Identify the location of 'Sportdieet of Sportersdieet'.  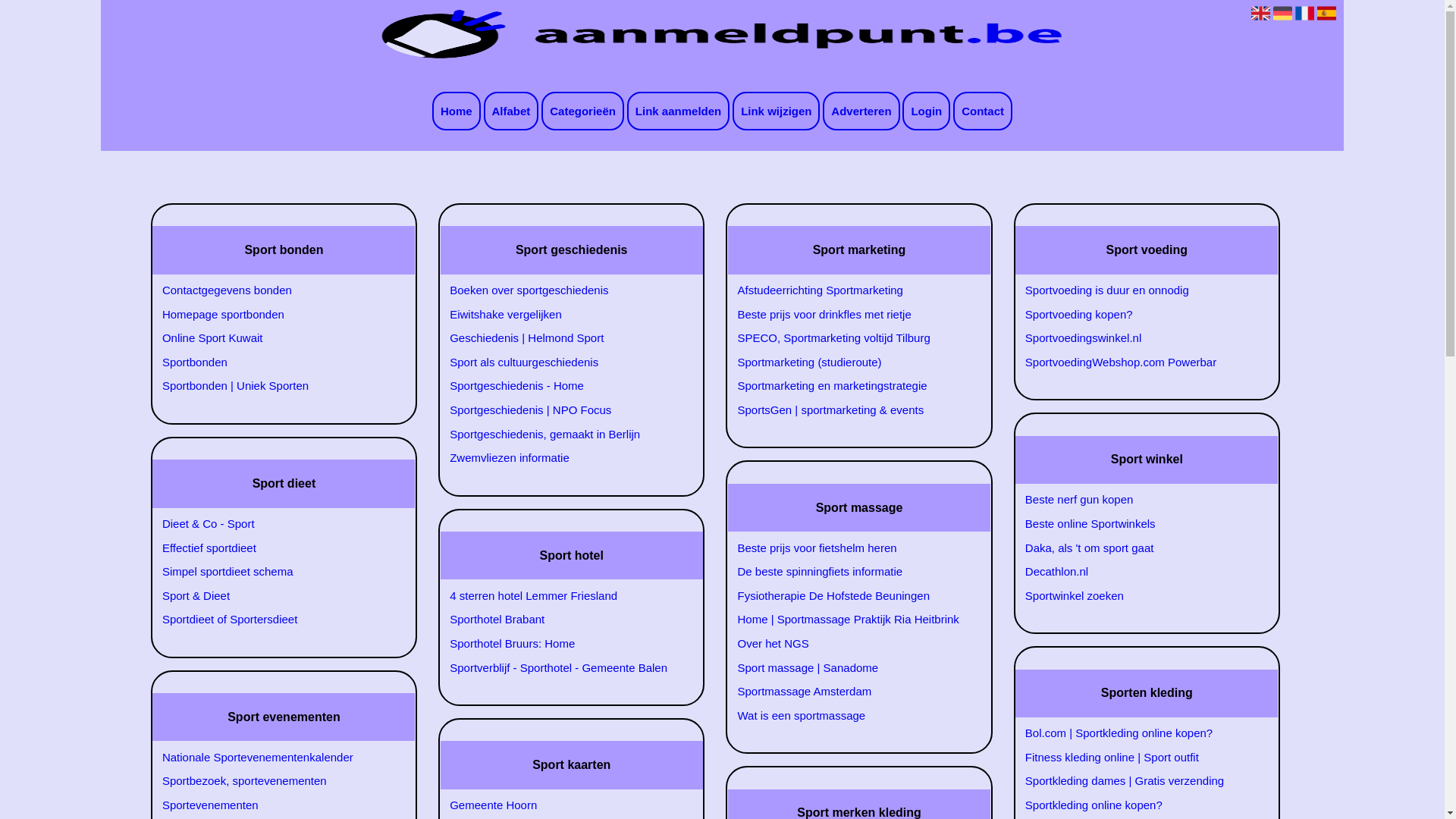
(275, 620).